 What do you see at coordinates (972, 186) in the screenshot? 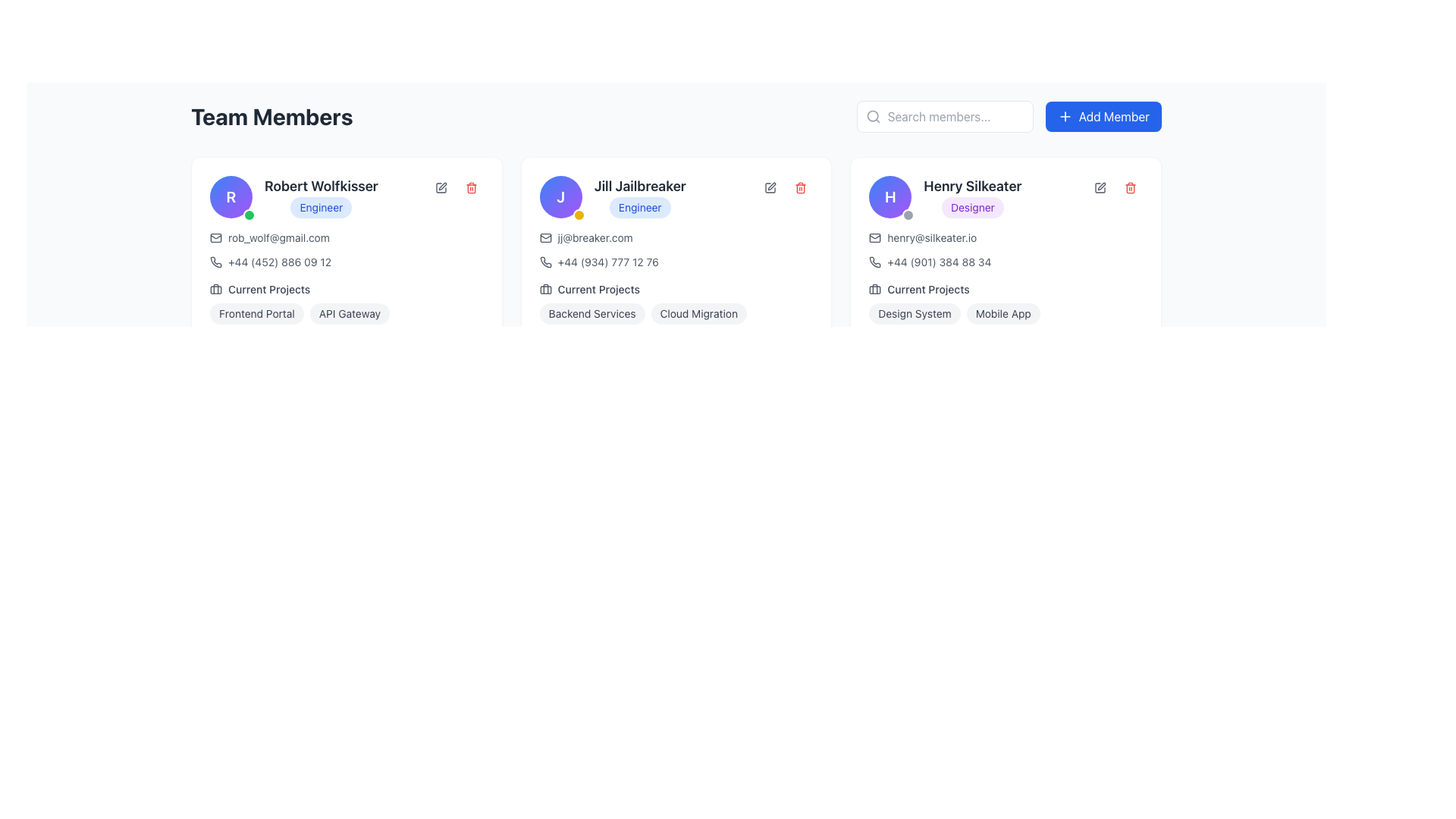
I see `text label identifying the team member as 'Henry Silkeater', located at the center of the third team member card in the upper region of the card` at bounding box center [972, 186].